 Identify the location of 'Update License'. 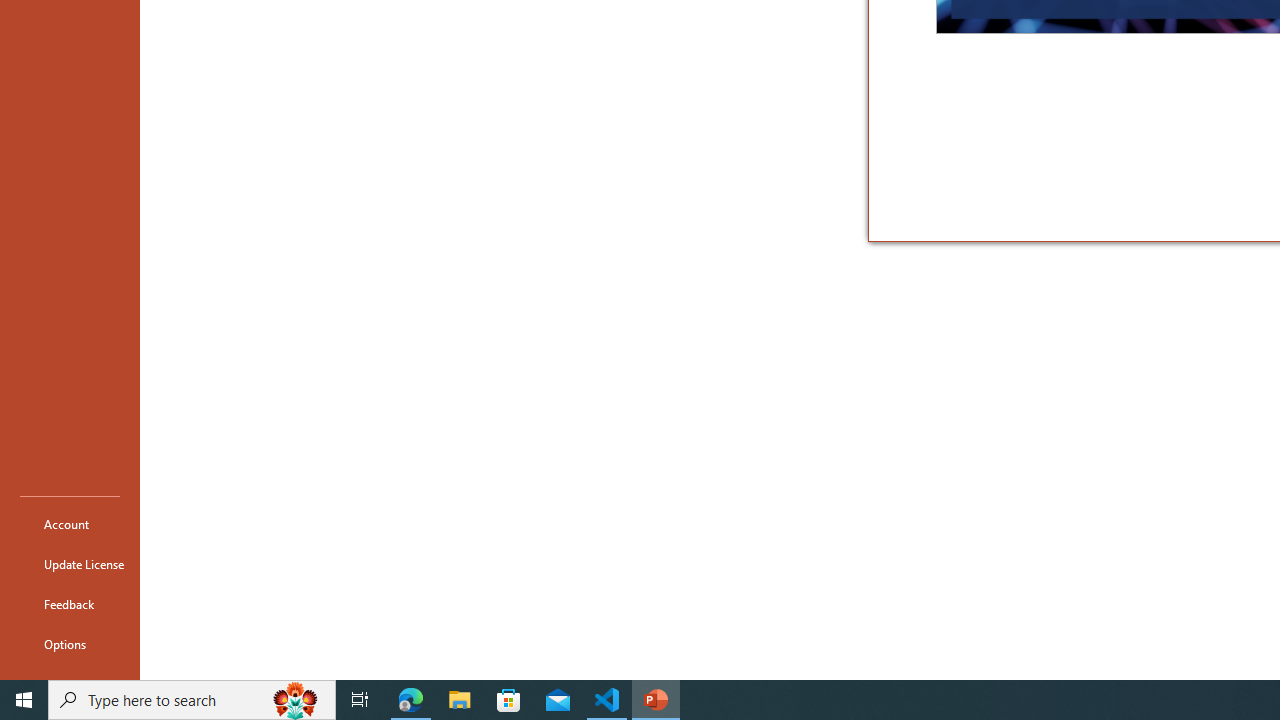
(69, 564).